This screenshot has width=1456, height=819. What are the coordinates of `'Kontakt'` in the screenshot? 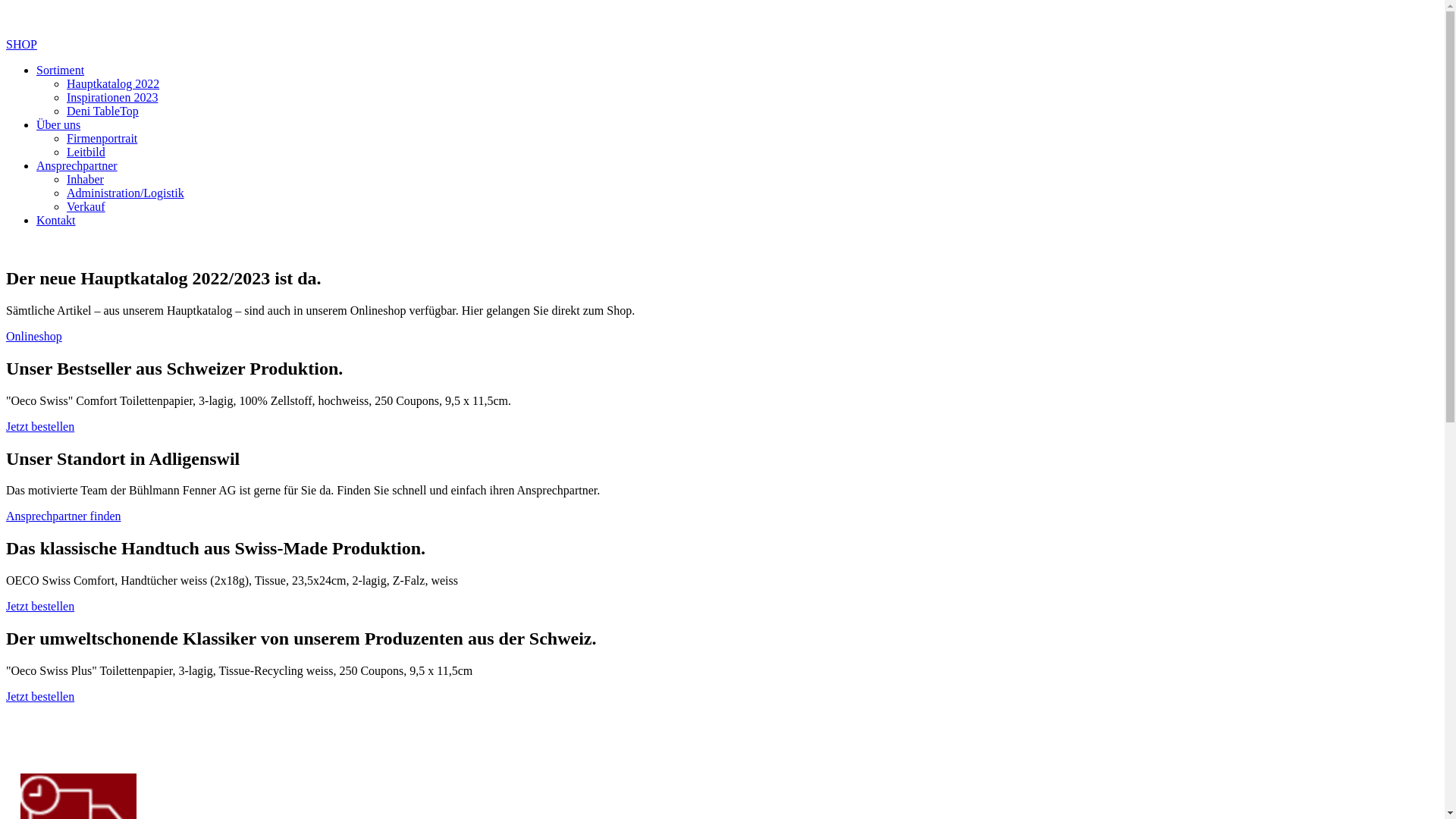 It's located at (55, 220).